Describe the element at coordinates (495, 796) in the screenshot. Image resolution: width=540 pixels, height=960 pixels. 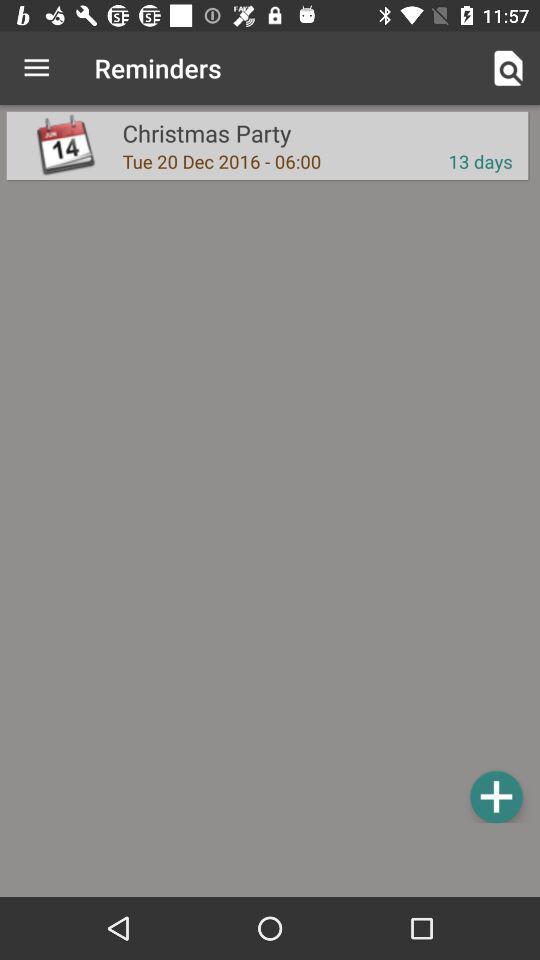
I see `the add icon` at that location.